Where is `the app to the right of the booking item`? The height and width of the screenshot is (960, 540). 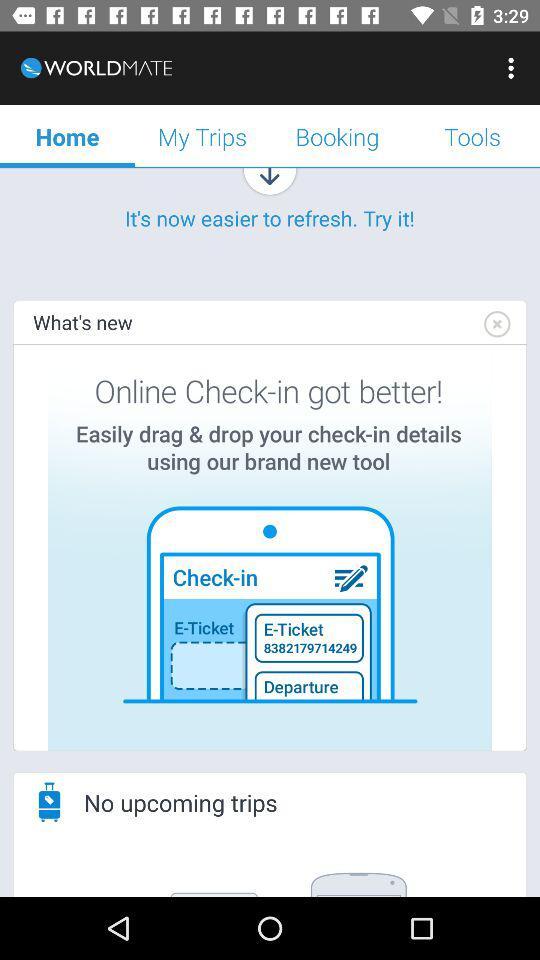
the app to the right of the booking item is located at coordinates (513, 68).